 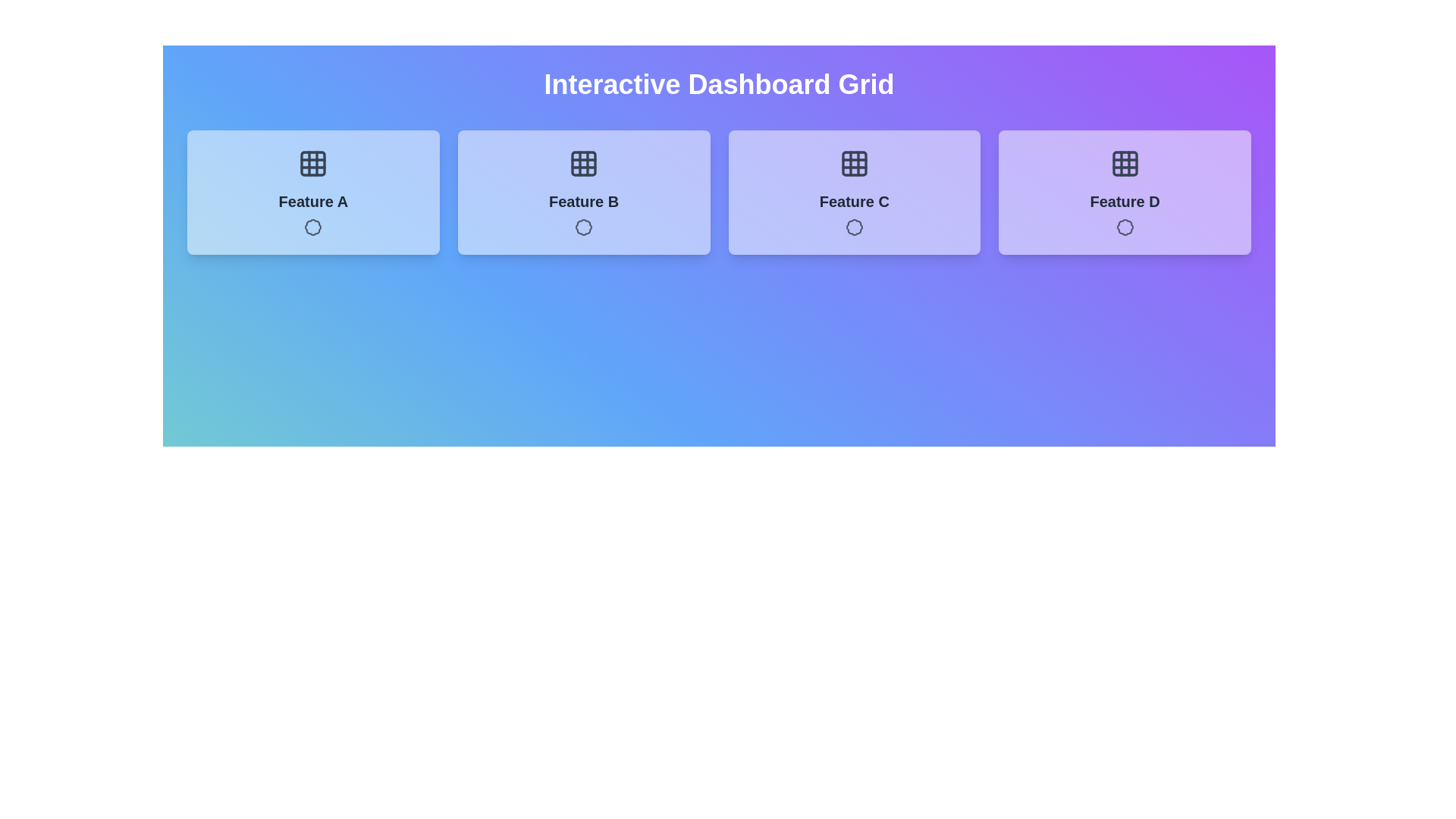 What do you see at coordinates (312, 192) in the screenshot?
I see `the first card in the grid layout, which has a soft blue background, an icon of a grid at the top, and the text 'Feature A' in bold centered beneath it` at bounding box center [312, 192].